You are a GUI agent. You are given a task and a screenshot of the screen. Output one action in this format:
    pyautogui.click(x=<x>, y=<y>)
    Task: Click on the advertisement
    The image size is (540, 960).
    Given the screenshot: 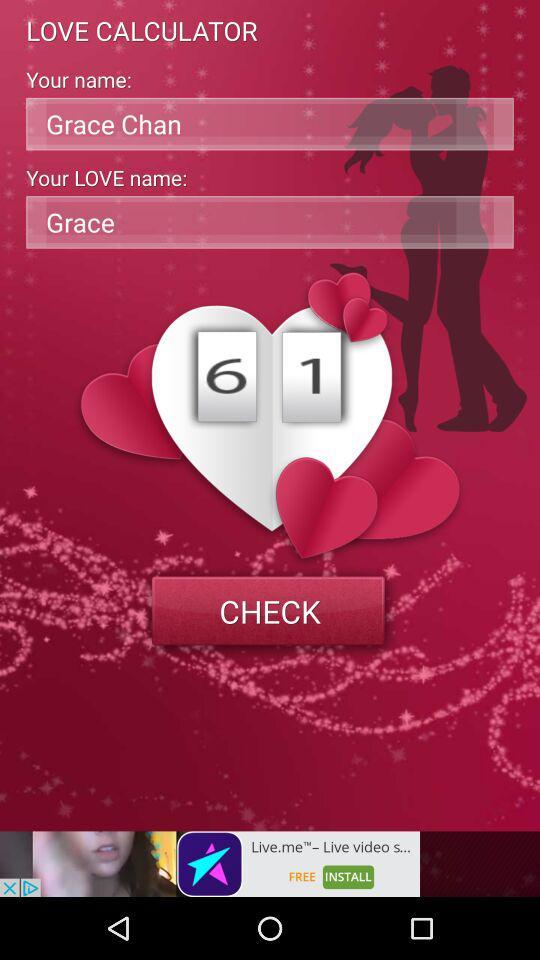 What is the action you would take?
    pyautogui.click(x=209, y=863)
    